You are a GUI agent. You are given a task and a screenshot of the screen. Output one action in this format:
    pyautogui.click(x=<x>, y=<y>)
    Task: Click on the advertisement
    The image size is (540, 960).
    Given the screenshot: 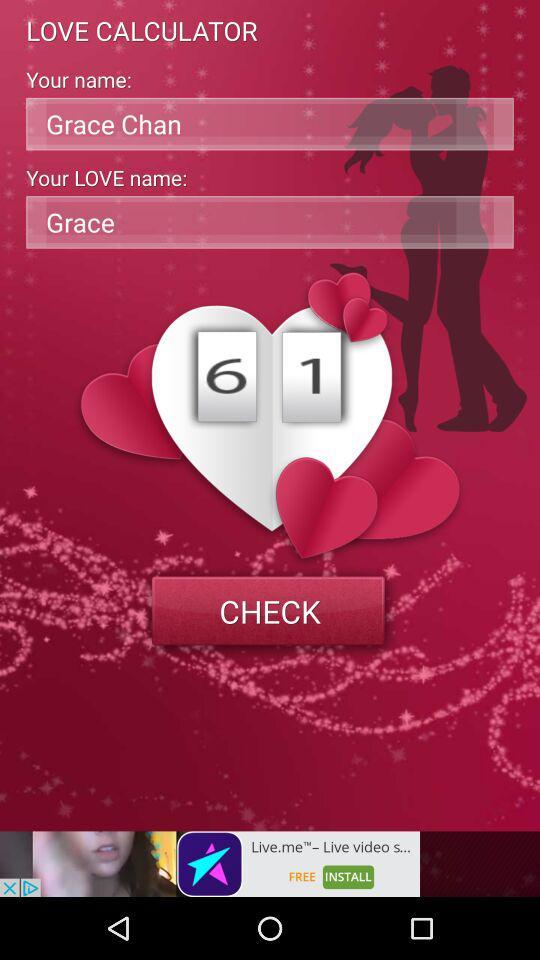 What is the action you would take?
    pyautogui.click(x=209, y=863)
    